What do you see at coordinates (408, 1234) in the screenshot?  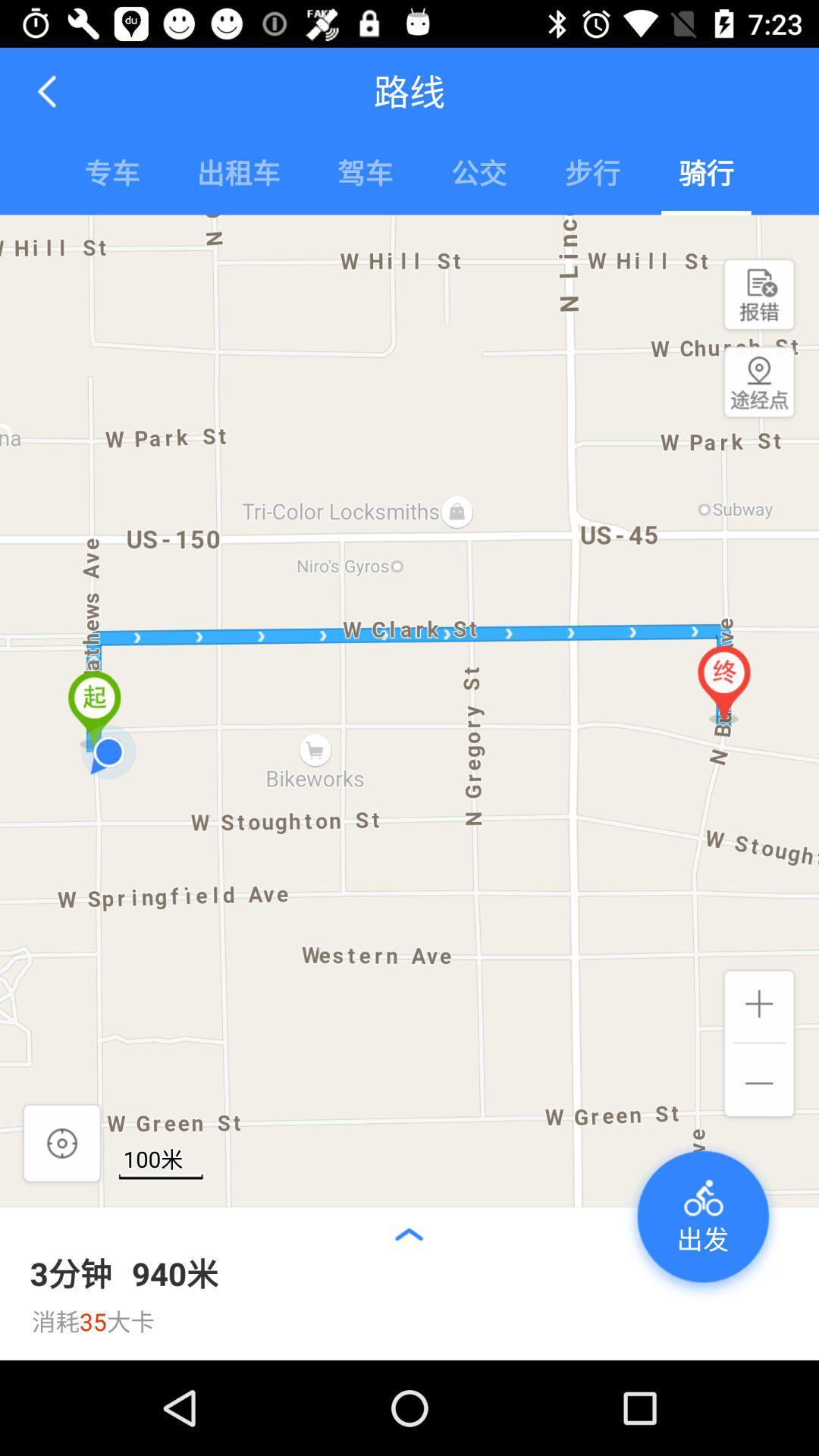 I see `the expand_less icon` at bounding box center [408, 1234].